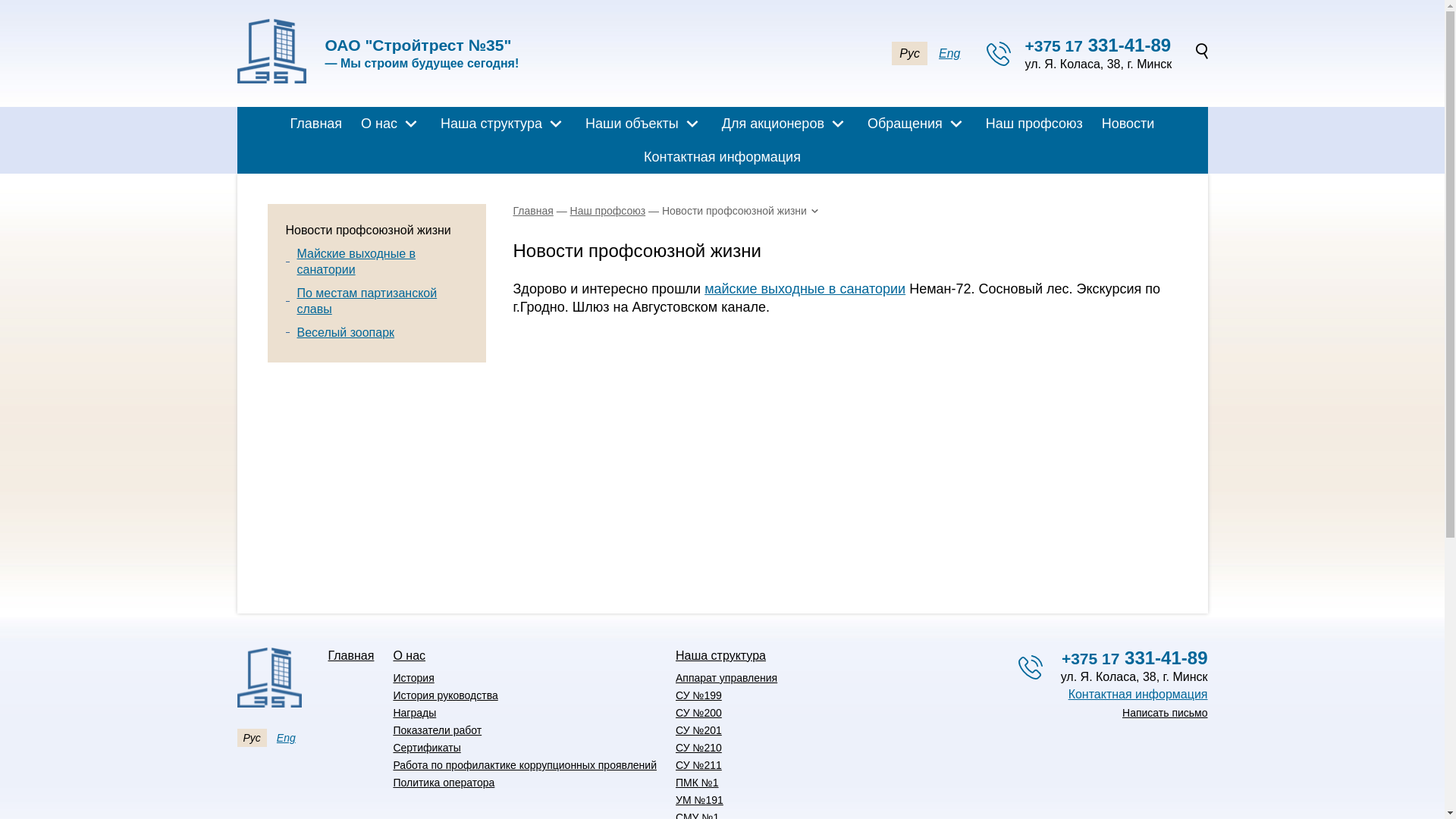 This screenshot has height=819, width=1456. Describe the element at coordinates (276, 736) in the screenshot. I see `'Eng'` at that location.